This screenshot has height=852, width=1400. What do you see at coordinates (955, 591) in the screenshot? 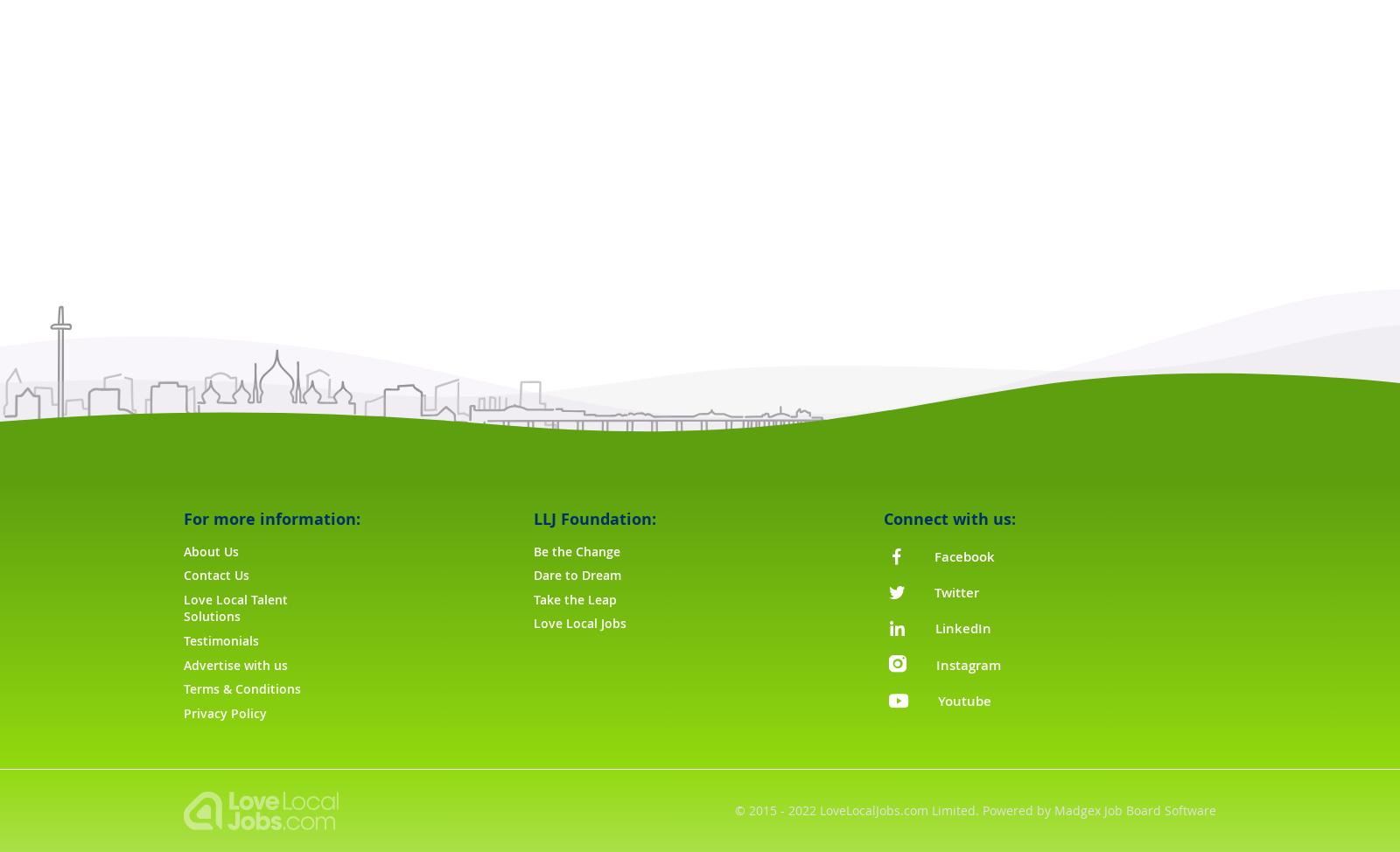
I see `'Twitter'` at bounding box center [955, 591].